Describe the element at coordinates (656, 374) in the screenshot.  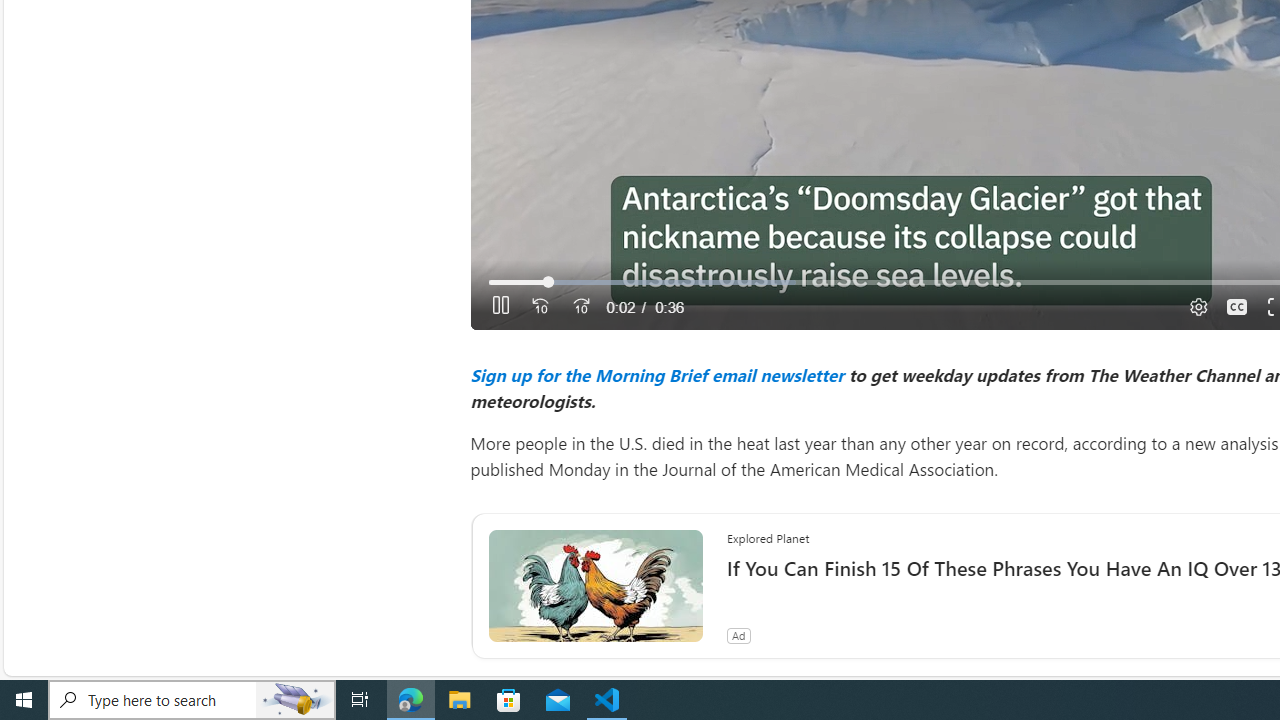
I see `'Sign up for the Morning Brief email newsletter'` at that location.